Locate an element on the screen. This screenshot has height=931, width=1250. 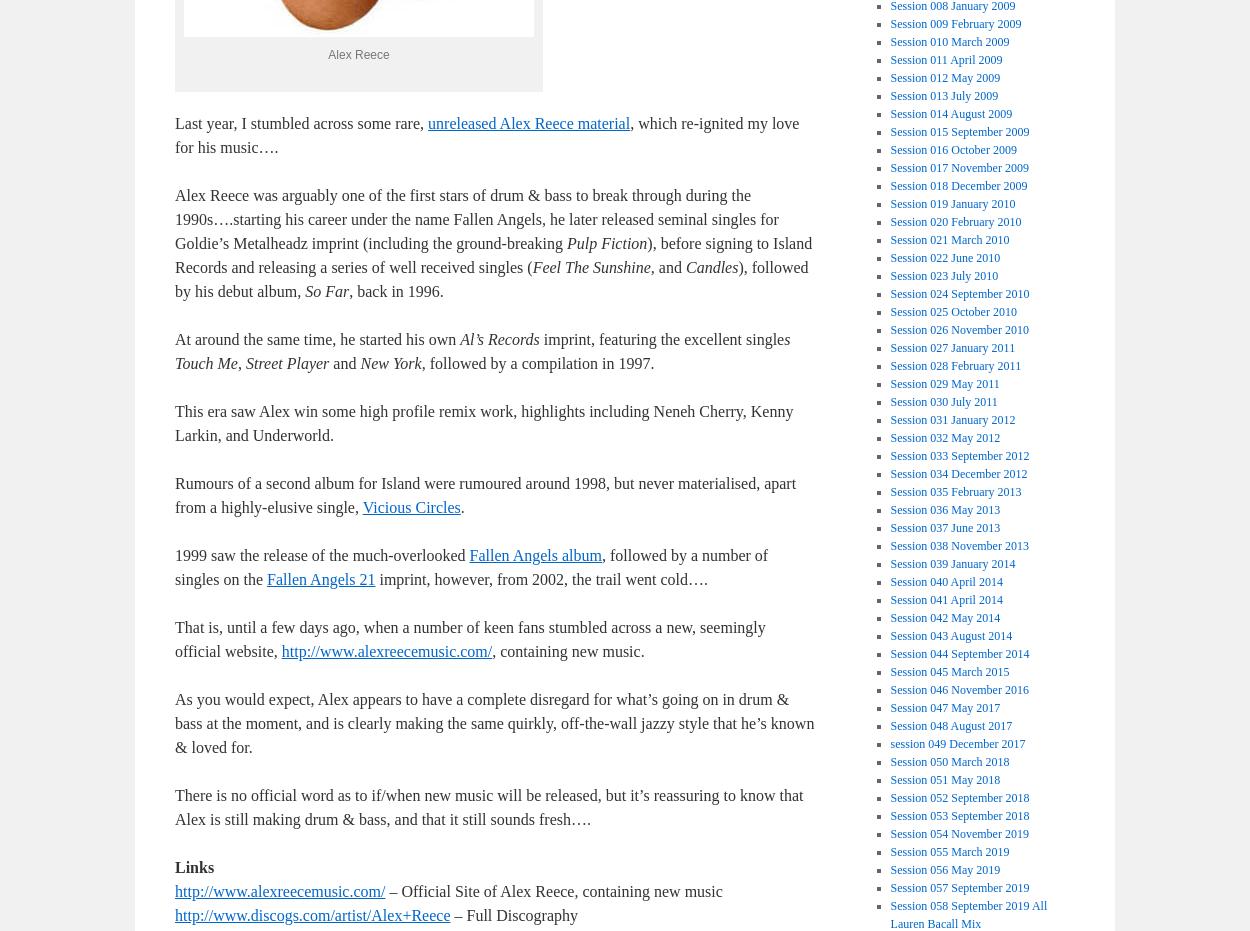
'Session 026 November 2010' is located at coordinates (958, 329).